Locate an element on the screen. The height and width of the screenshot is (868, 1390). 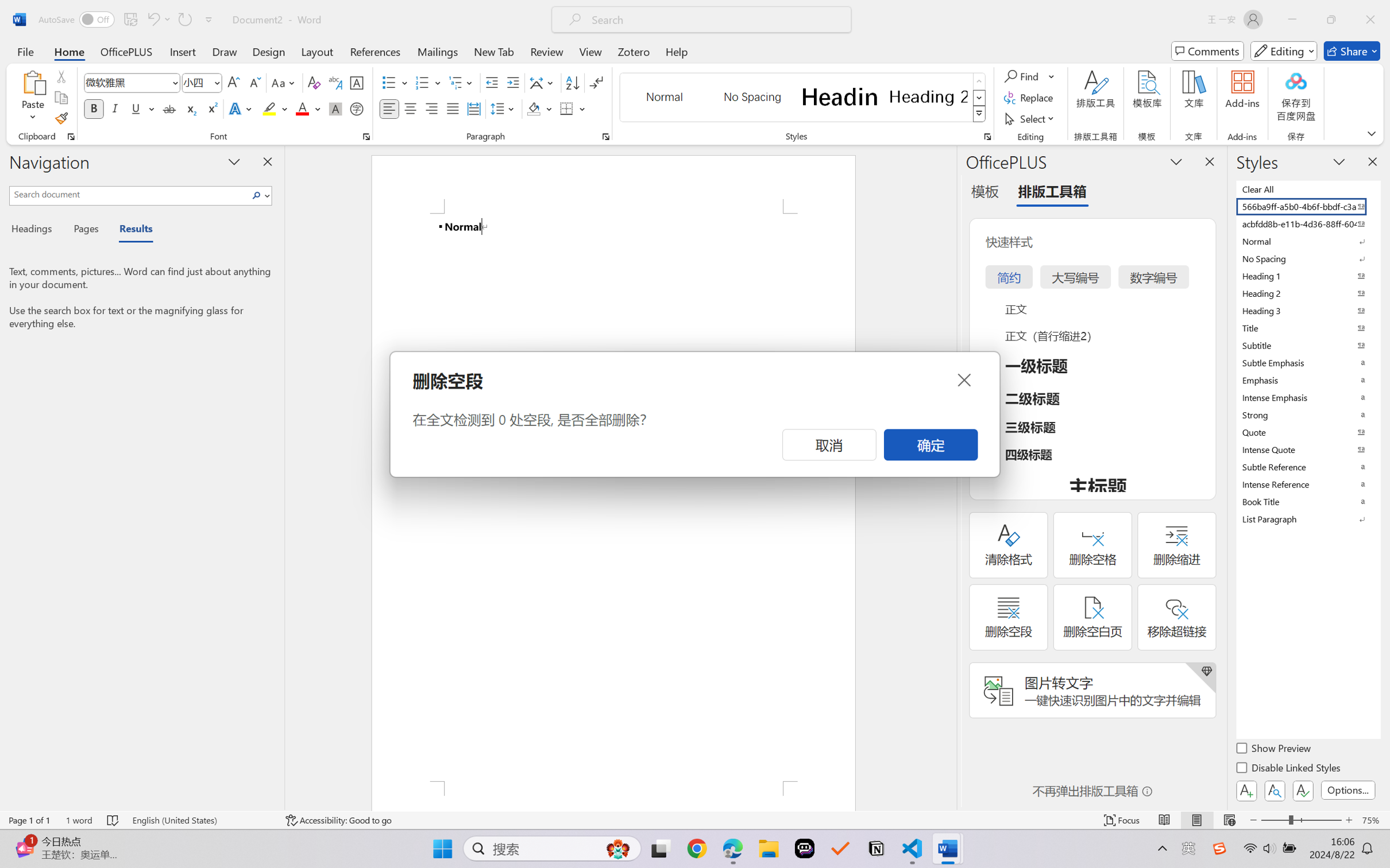
'Minimize' is located at coordinates (1292, 19).